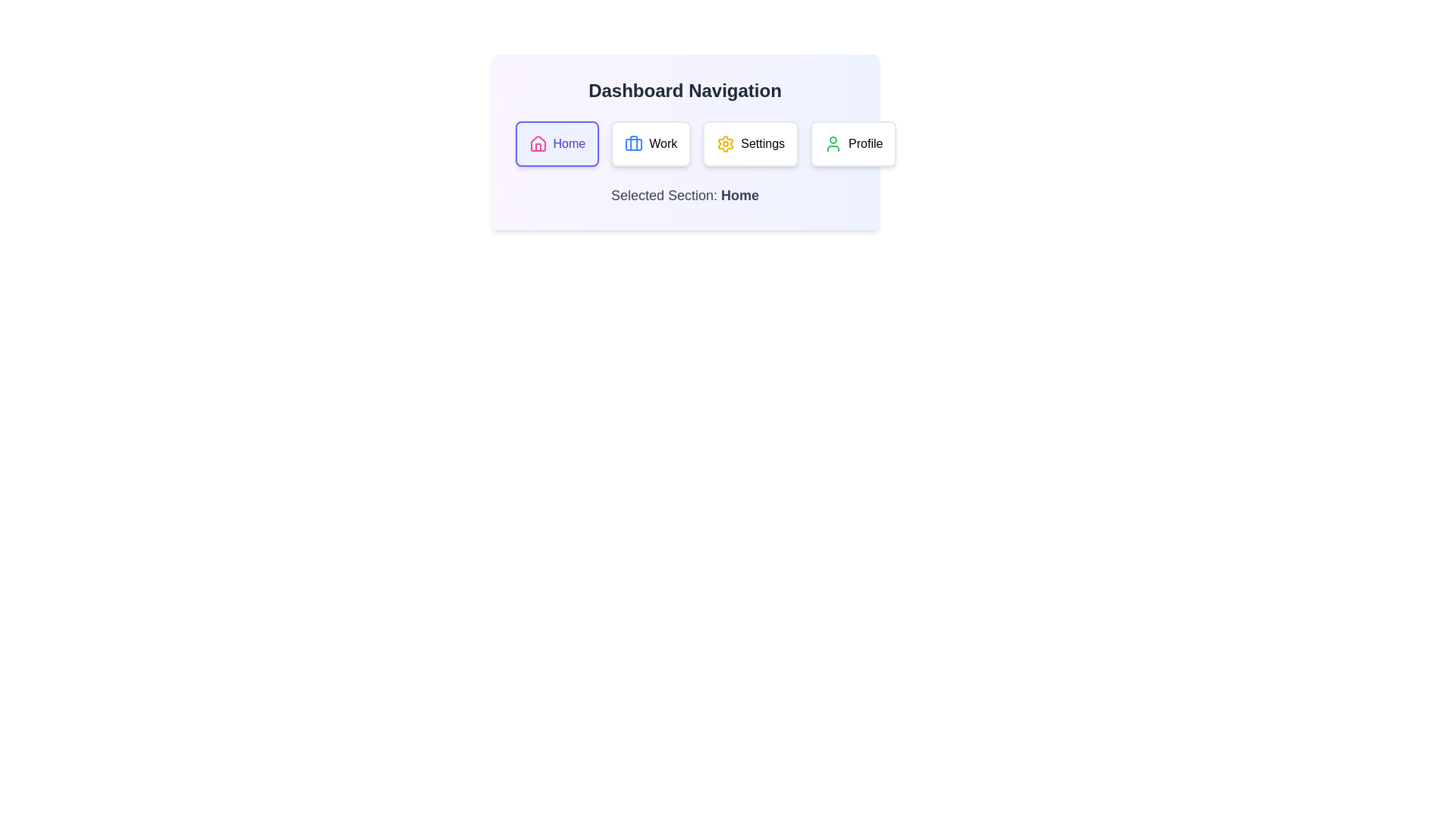 This screenshot has height=819, width=1456. Describe the element at coordinates (763, 143) in the screenshot. I see `the 'Settings' text label, which is styled with a medium font weight and positioned next to a gear-shaped icon in the navigation bar` at that location.